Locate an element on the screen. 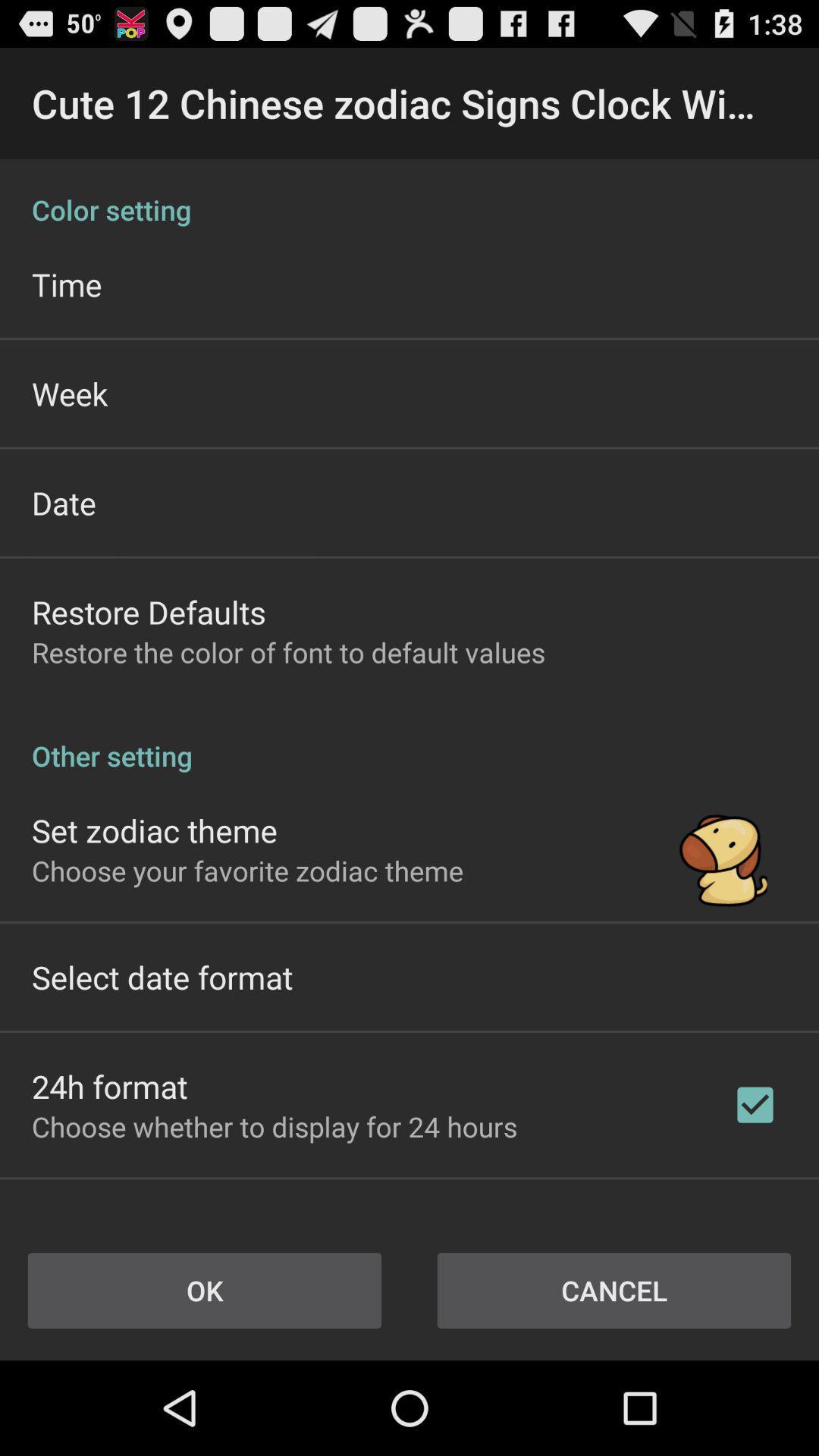  the restore the color icon is located at coordinates (288, 652).